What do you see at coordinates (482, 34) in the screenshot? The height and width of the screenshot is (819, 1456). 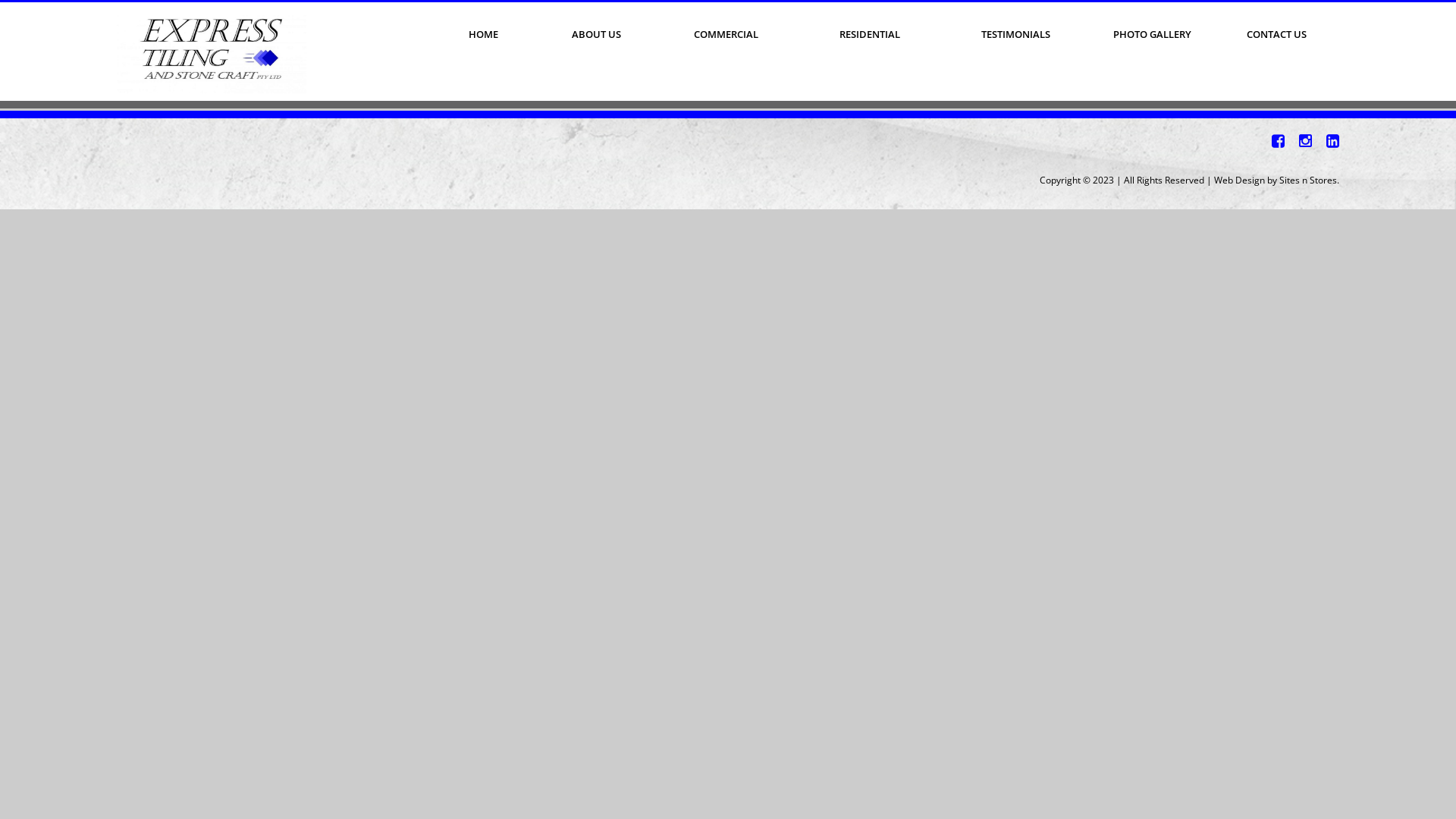 I see `'HOME'` at bounding box center [482, 34].